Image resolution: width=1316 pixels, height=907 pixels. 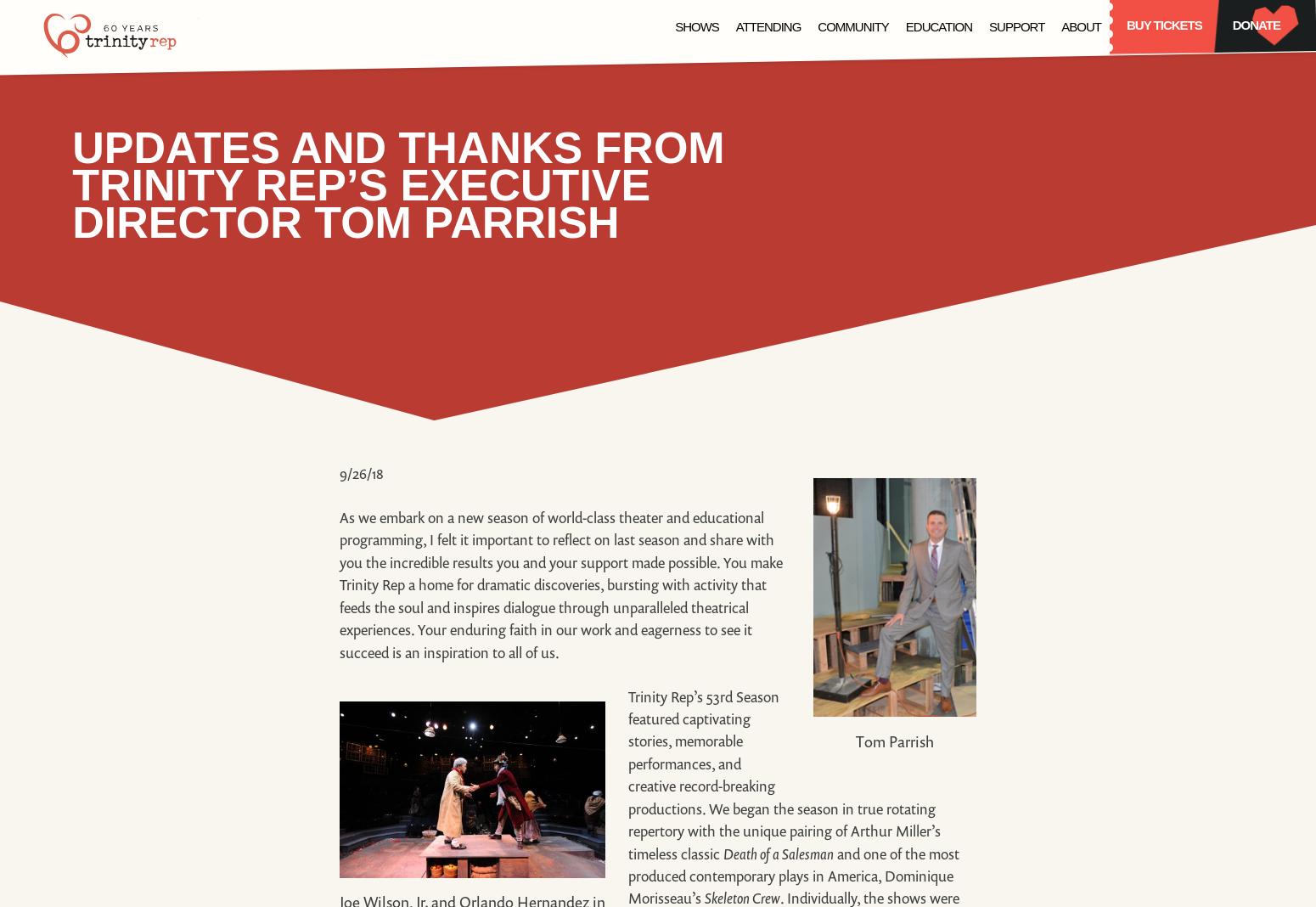 I want to click on 'Becky Nurse of Salem', so click(x=642, y=117).